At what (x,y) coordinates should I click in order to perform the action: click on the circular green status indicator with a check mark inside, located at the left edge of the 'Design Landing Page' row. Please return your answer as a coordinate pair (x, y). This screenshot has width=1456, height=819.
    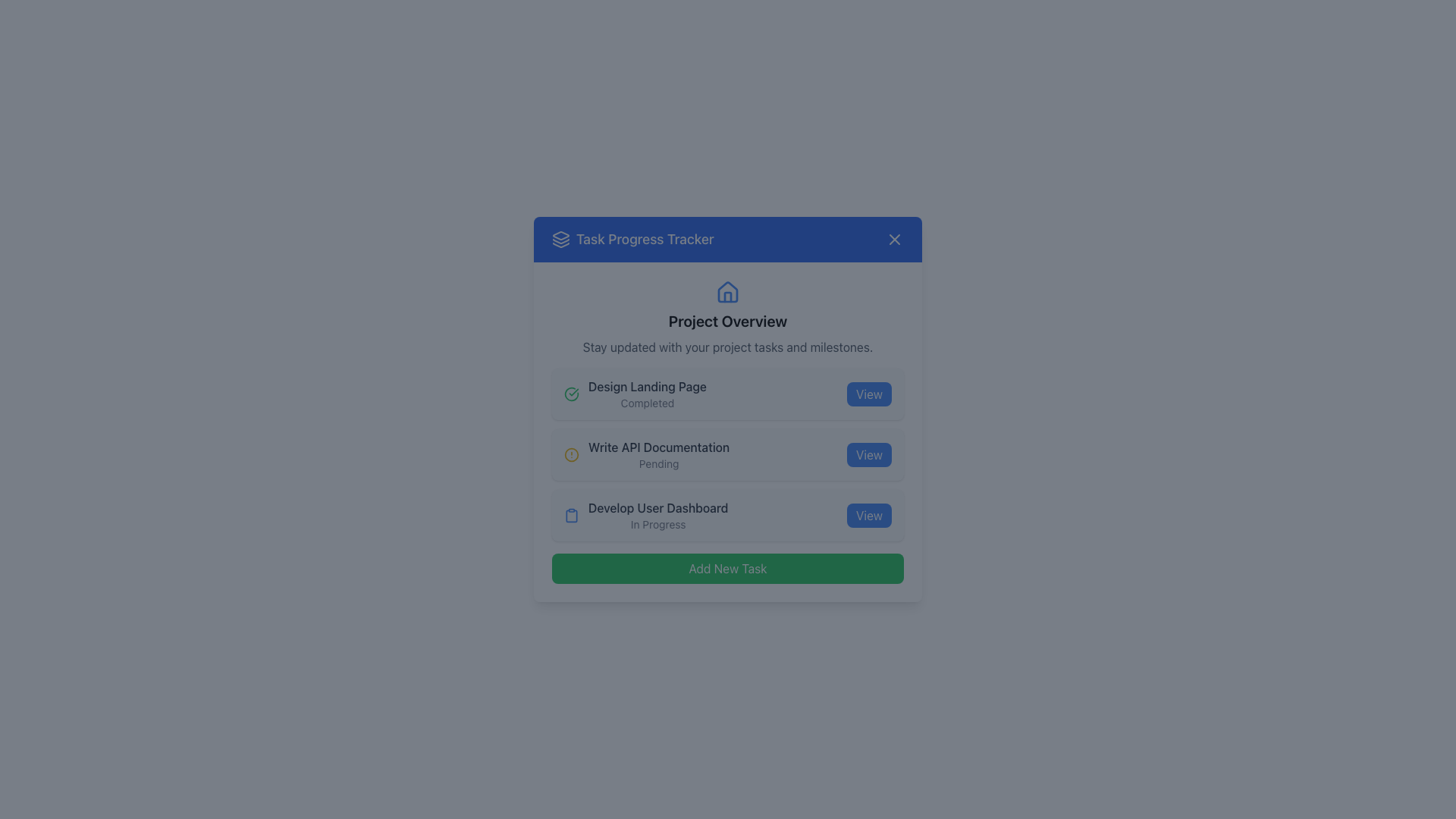
    Looking at the image, I should click on (570, 394).